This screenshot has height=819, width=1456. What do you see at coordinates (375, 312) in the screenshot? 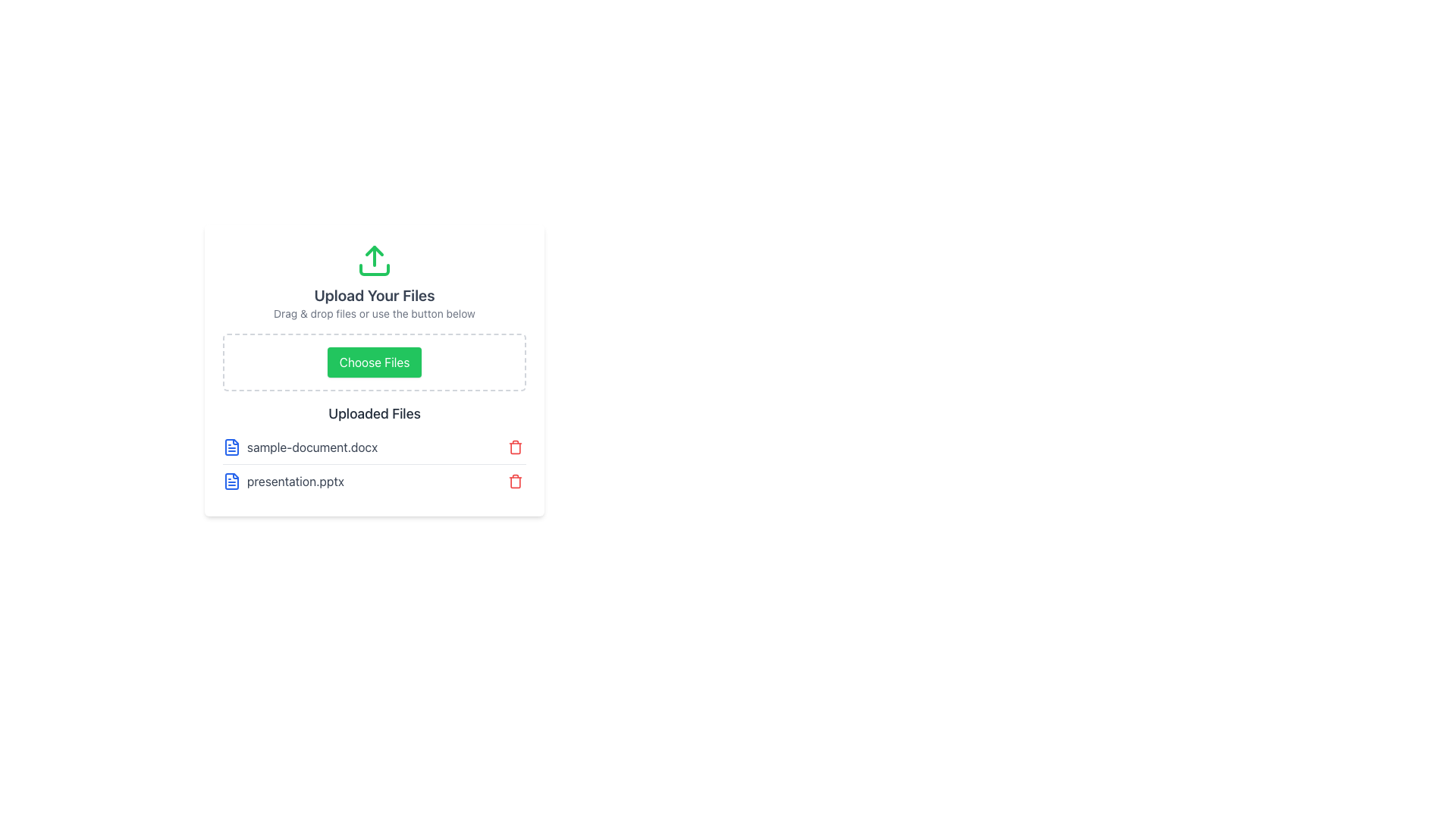
I see `the text label that reads 'Drag & drop files or use the button below', which is located below the 'Upload Your Files' header and above the 'Choose Files' button` at bounding box center [375, 312].